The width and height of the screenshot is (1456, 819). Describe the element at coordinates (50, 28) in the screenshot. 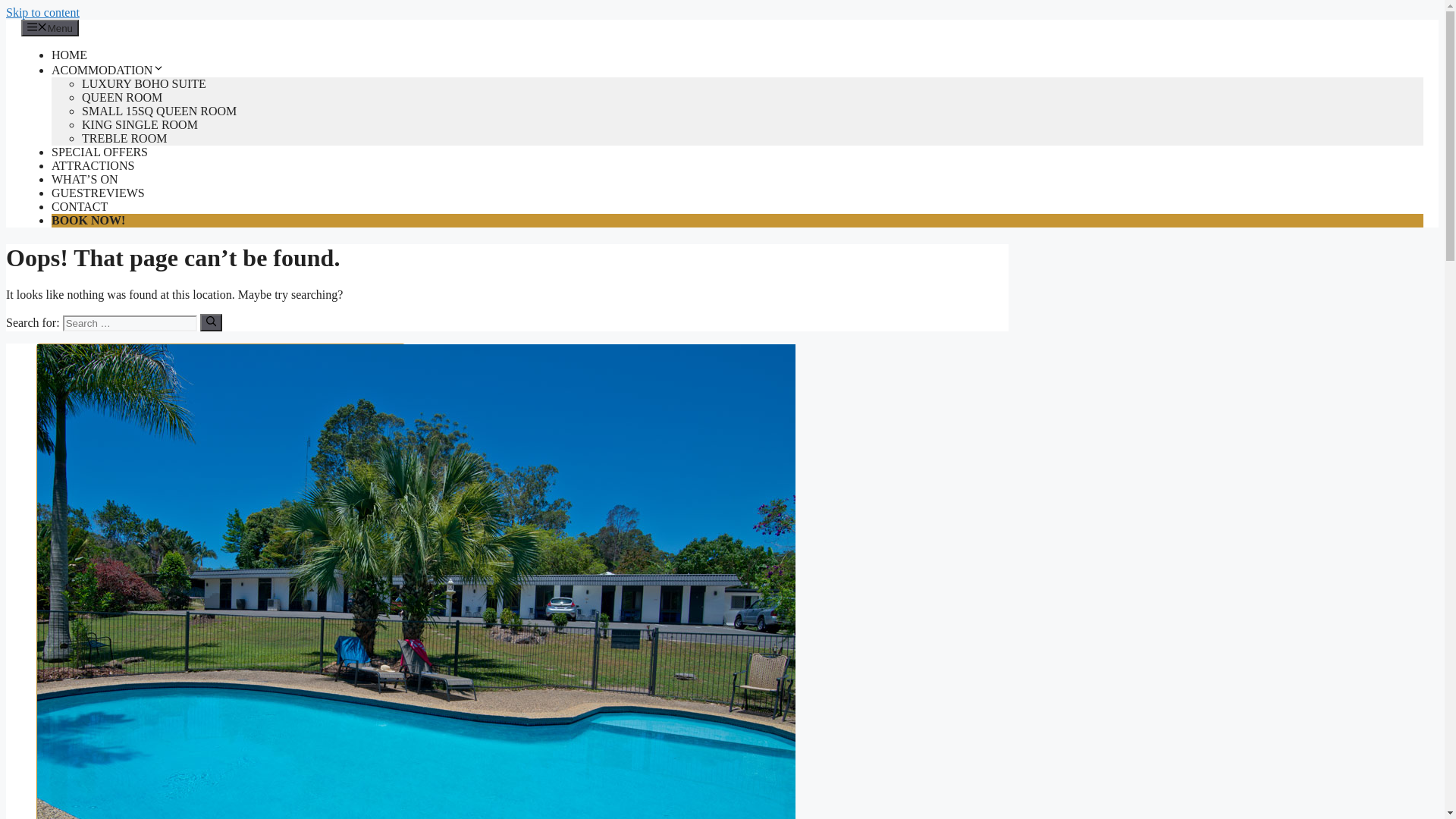

I see `'Menu'` at that location.